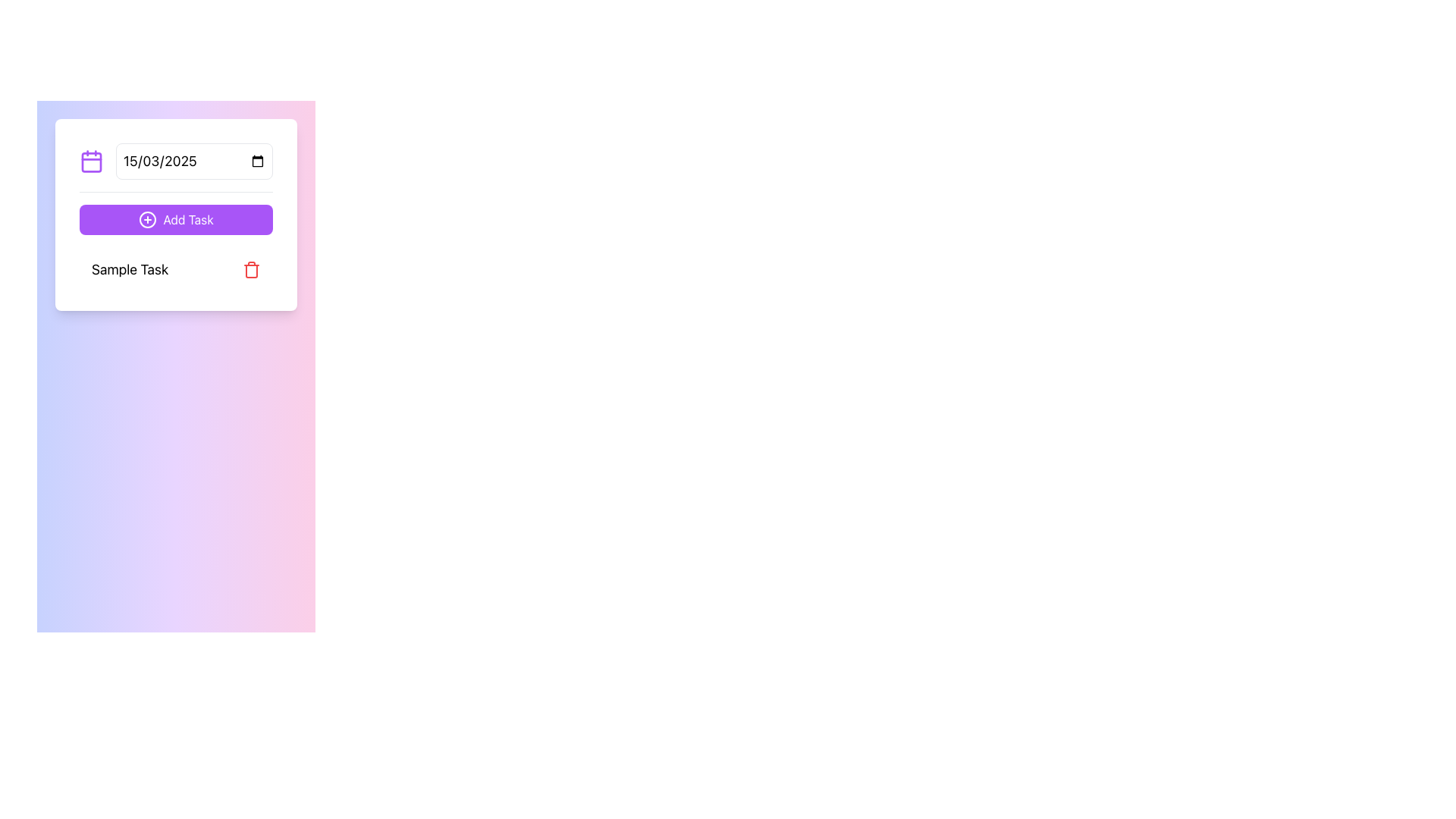 The image size is (1456, 819). Describe the element at coordinates (148, 219) in the screenshot. I see `the decorative icon located to the left side of the 'Add Task' button, which enhances its visual representation` at that location.